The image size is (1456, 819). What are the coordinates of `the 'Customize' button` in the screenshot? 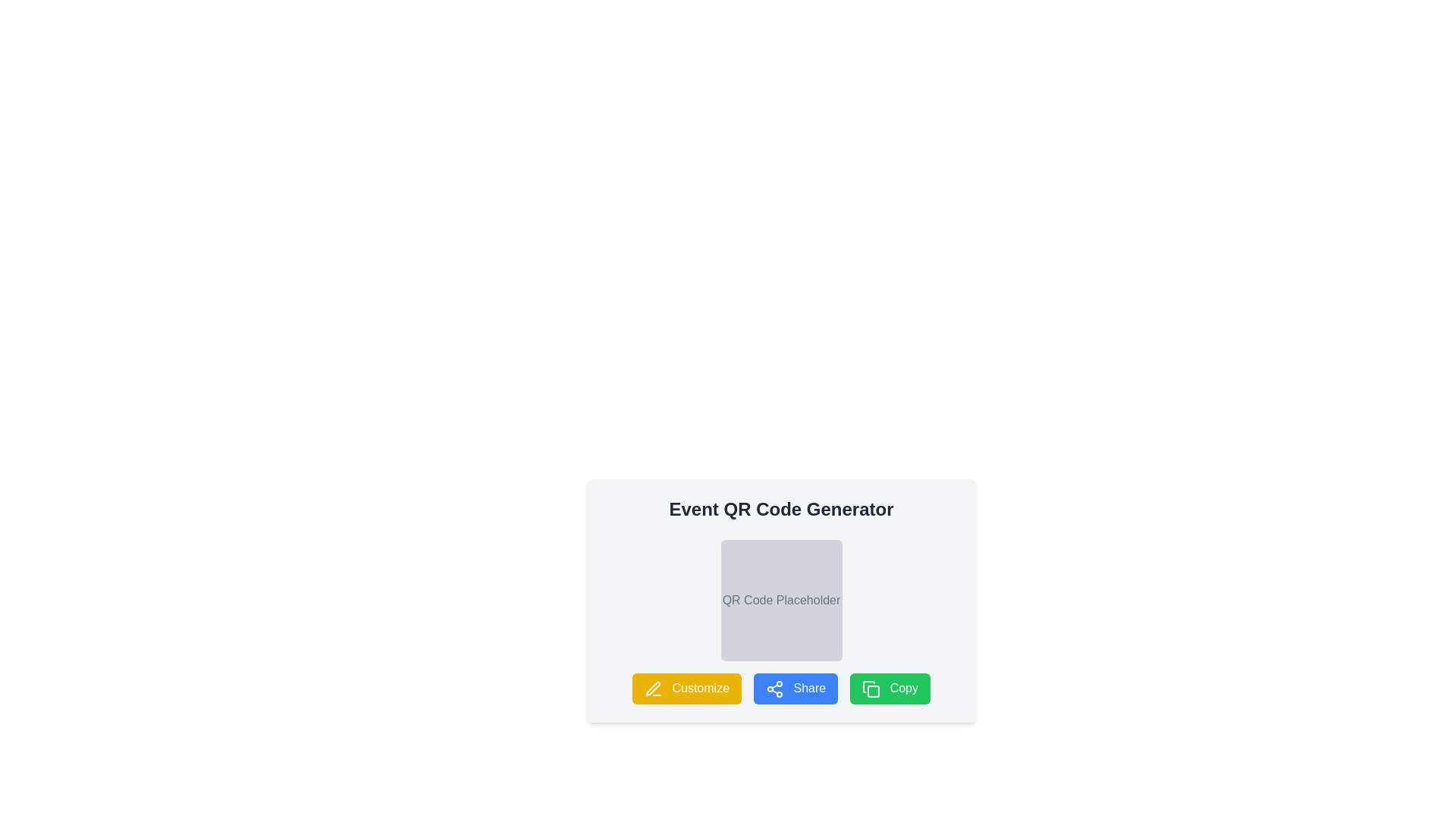 It's located at (654, 689).